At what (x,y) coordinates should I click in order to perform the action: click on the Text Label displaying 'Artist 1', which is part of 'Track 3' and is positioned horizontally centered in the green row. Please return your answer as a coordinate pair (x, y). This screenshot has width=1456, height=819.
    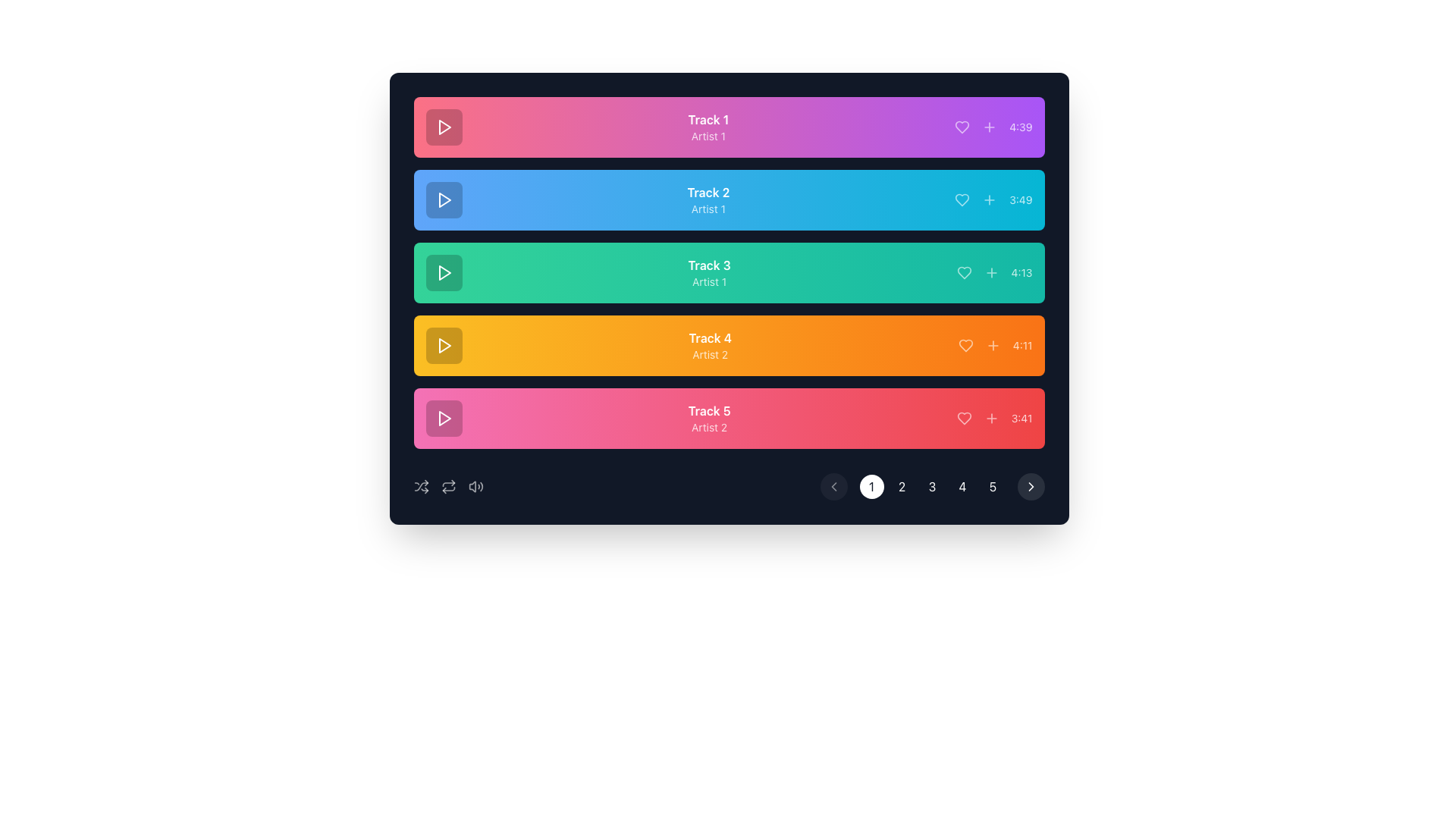
    Looking at the image, I should click on (708, 281).